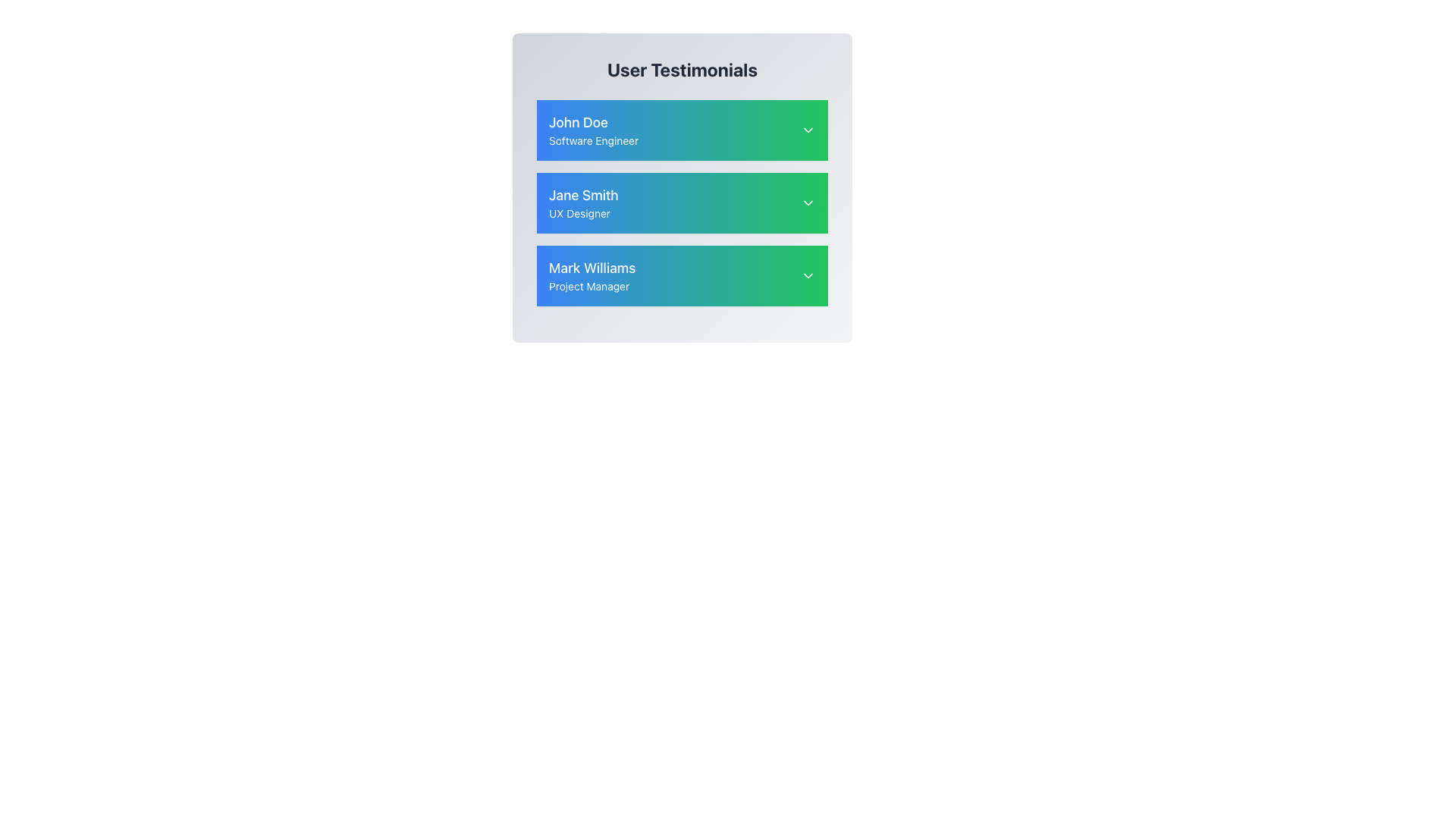  I want to click on the user information card displaying 'Jane Smith' (UX Designer) in the 'User Testimonials' section to interact with it, so click(682, 202).